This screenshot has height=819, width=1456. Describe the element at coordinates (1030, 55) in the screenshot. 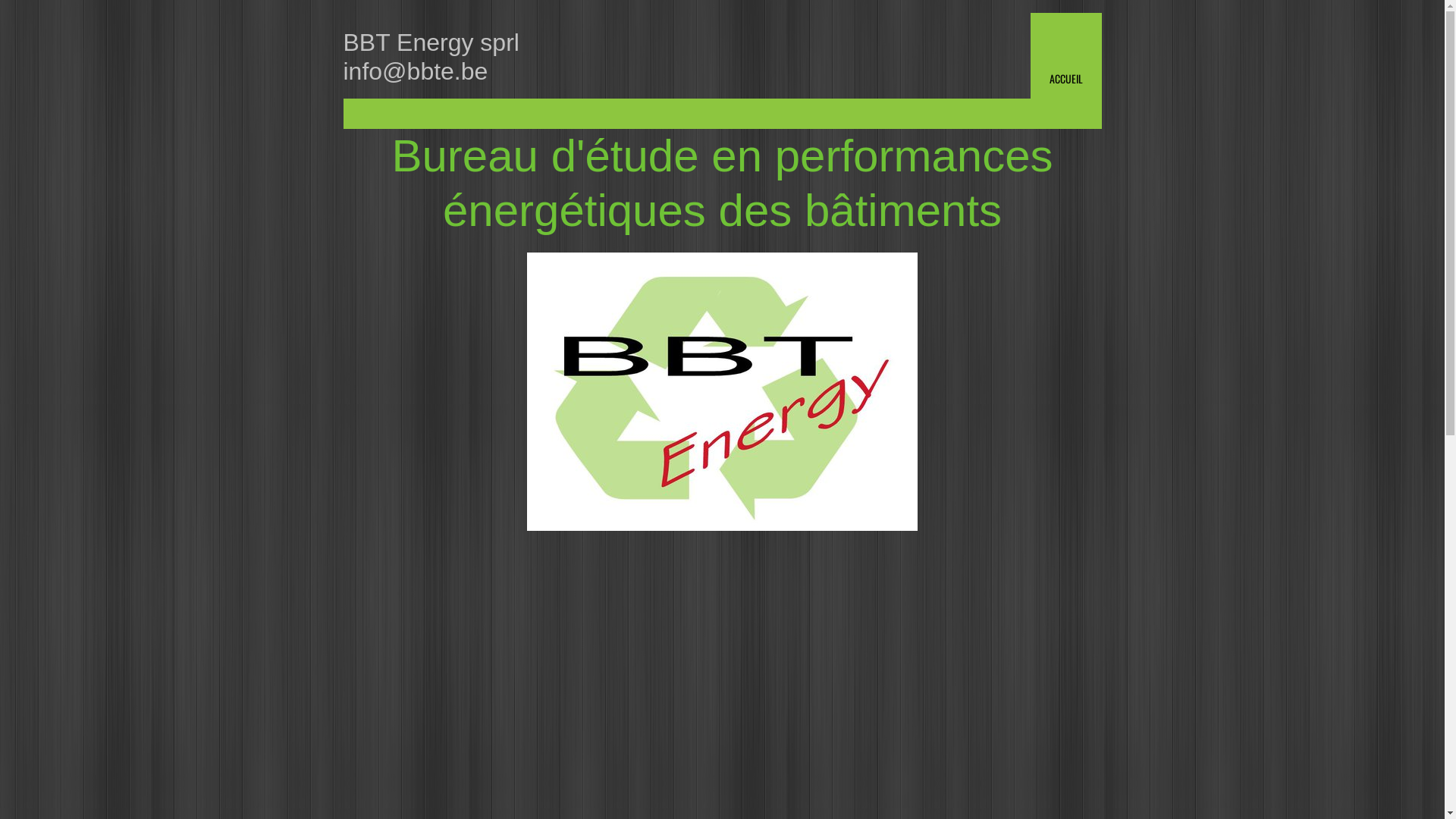

I see `'ACCUEIL'` at that location.